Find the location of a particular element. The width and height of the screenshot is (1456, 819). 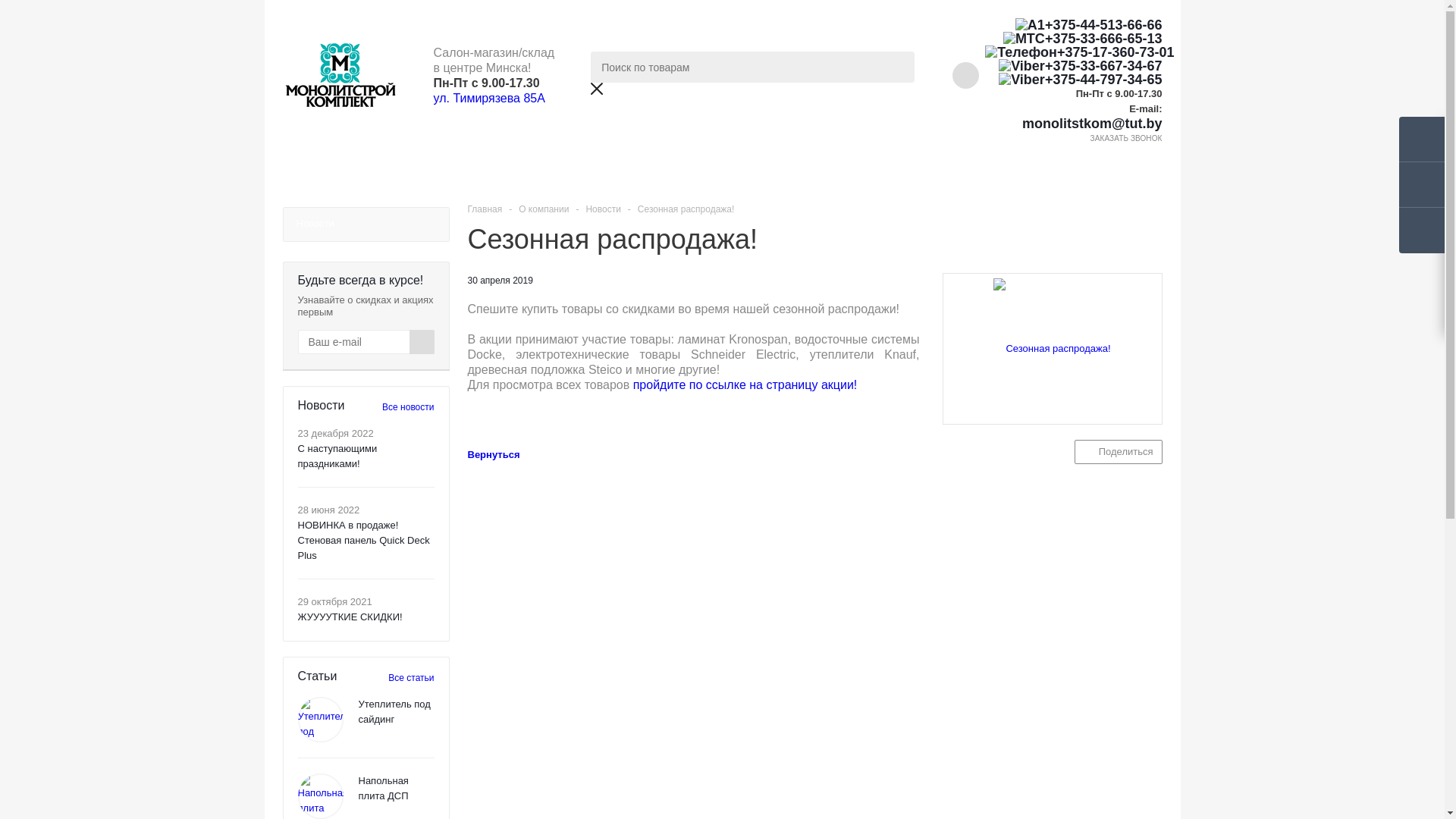

'Viber' is located at coordinates (998, 79).